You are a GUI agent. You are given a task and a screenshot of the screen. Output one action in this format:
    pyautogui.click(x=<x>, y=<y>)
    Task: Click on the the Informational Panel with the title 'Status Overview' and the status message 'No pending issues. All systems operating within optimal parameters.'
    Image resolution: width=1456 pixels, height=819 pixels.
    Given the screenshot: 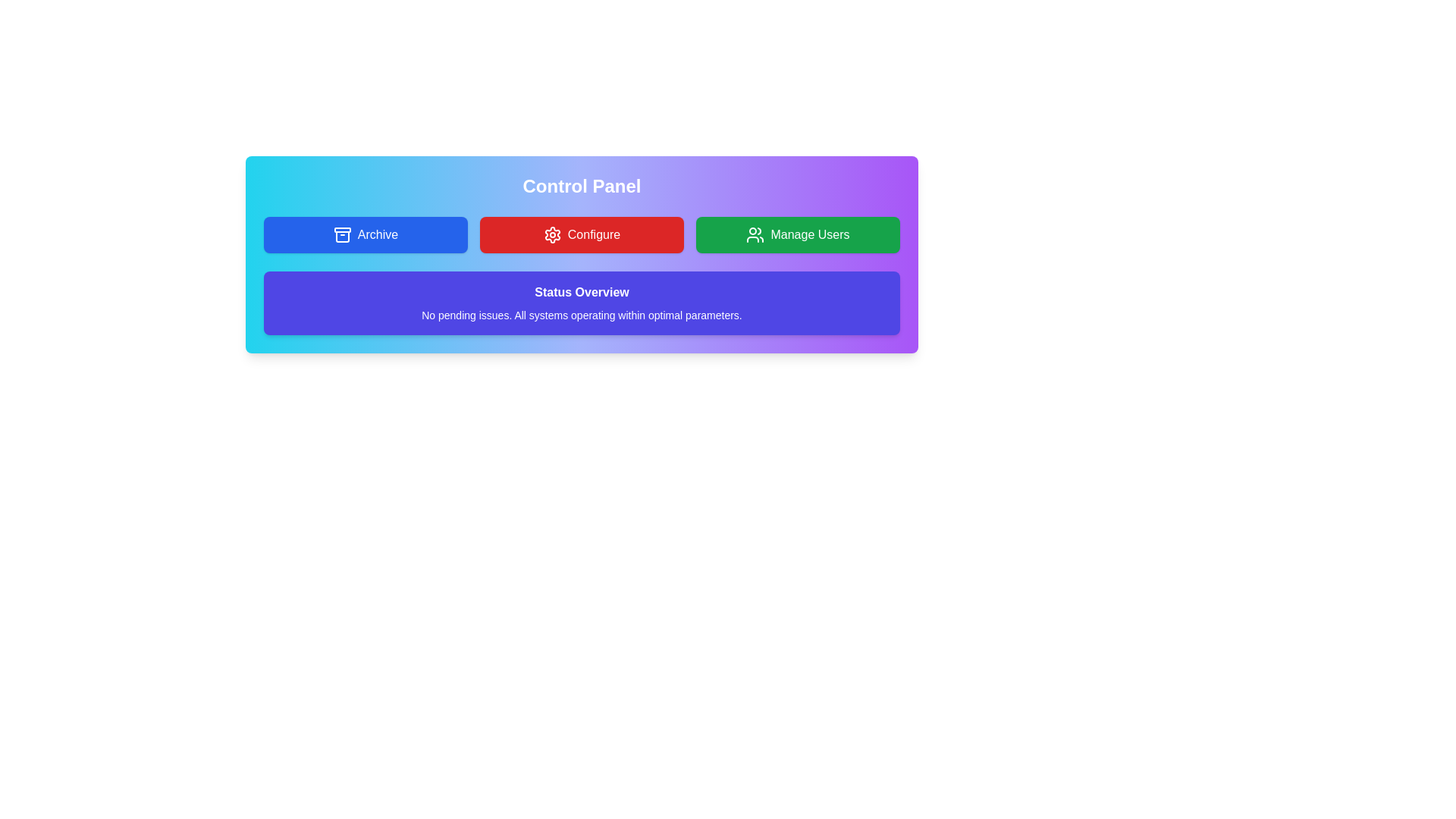 What is the action you would take?
    pyautogui.click(x=581, y=303)
    